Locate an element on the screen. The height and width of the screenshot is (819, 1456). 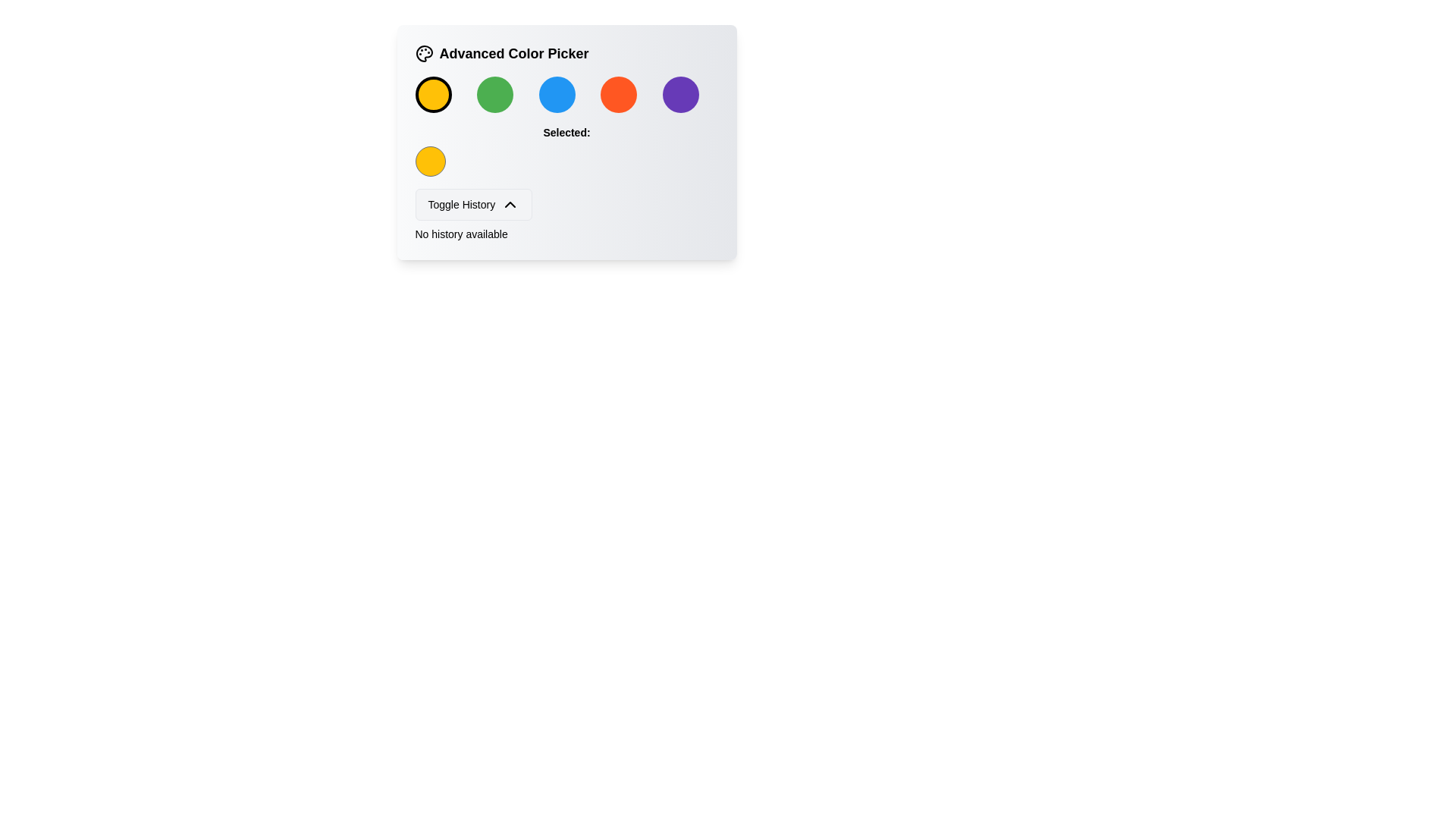
the palette icon located to the left of the 'Advanced Color Picker' text in the heading bar is located at coordinates (424, 52).